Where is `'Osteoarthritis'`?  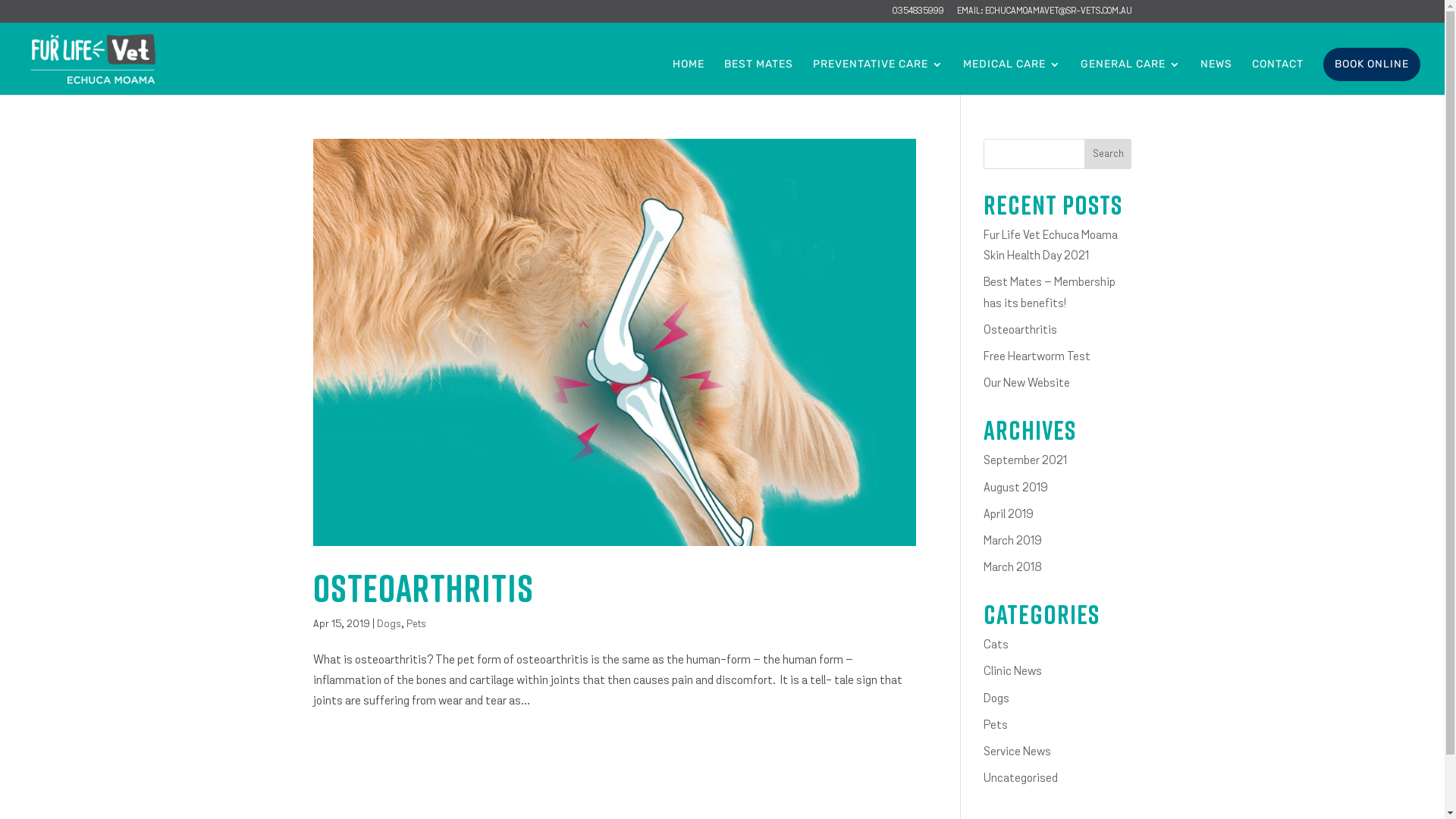 'Osteoarthritis' is located at coordinates (1020, 329).